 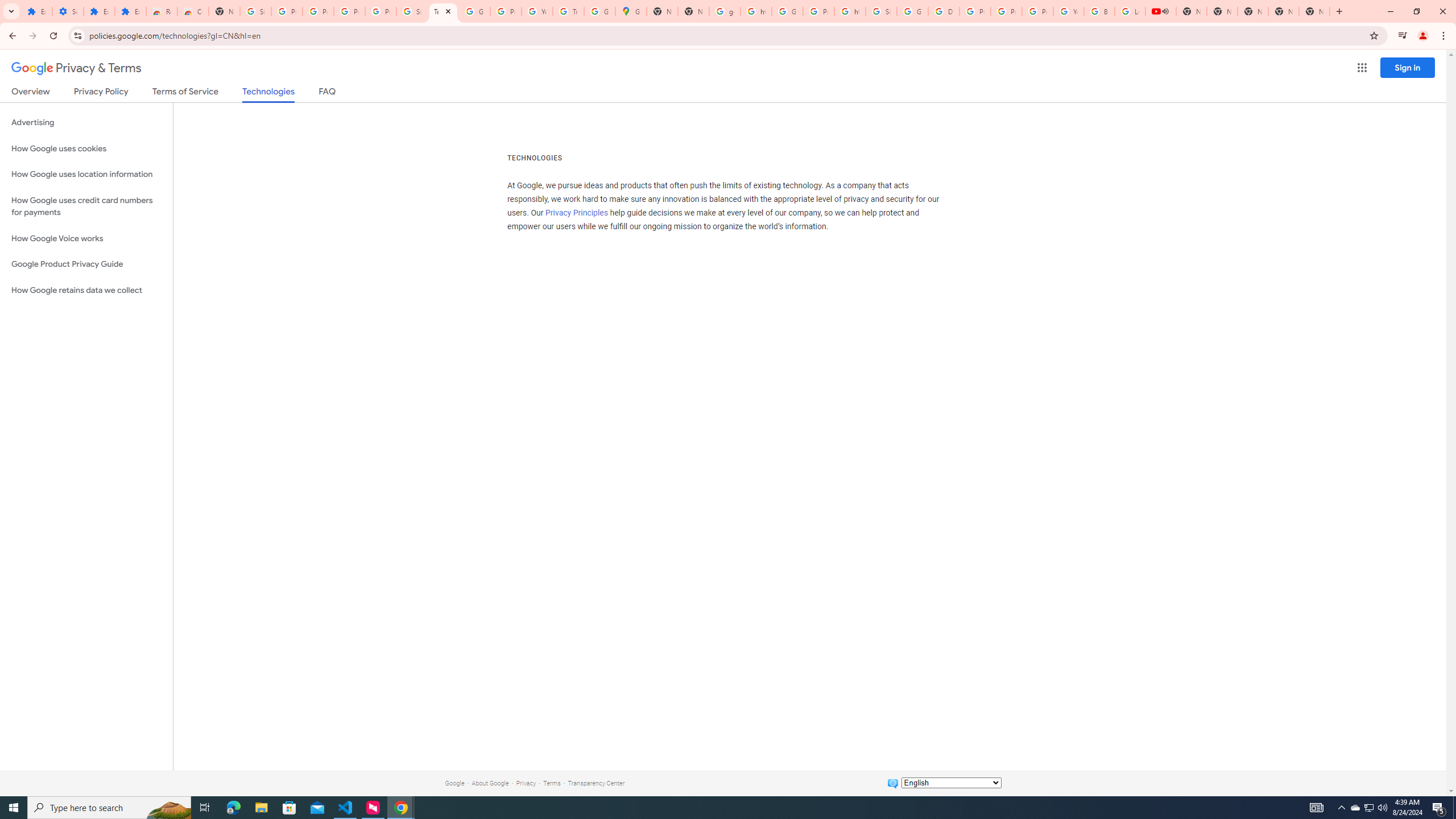 What do you see at coordinates (86, 148) in the screenshot?
I see `'How Google uses cookies'` at bounding box center [86, 148].